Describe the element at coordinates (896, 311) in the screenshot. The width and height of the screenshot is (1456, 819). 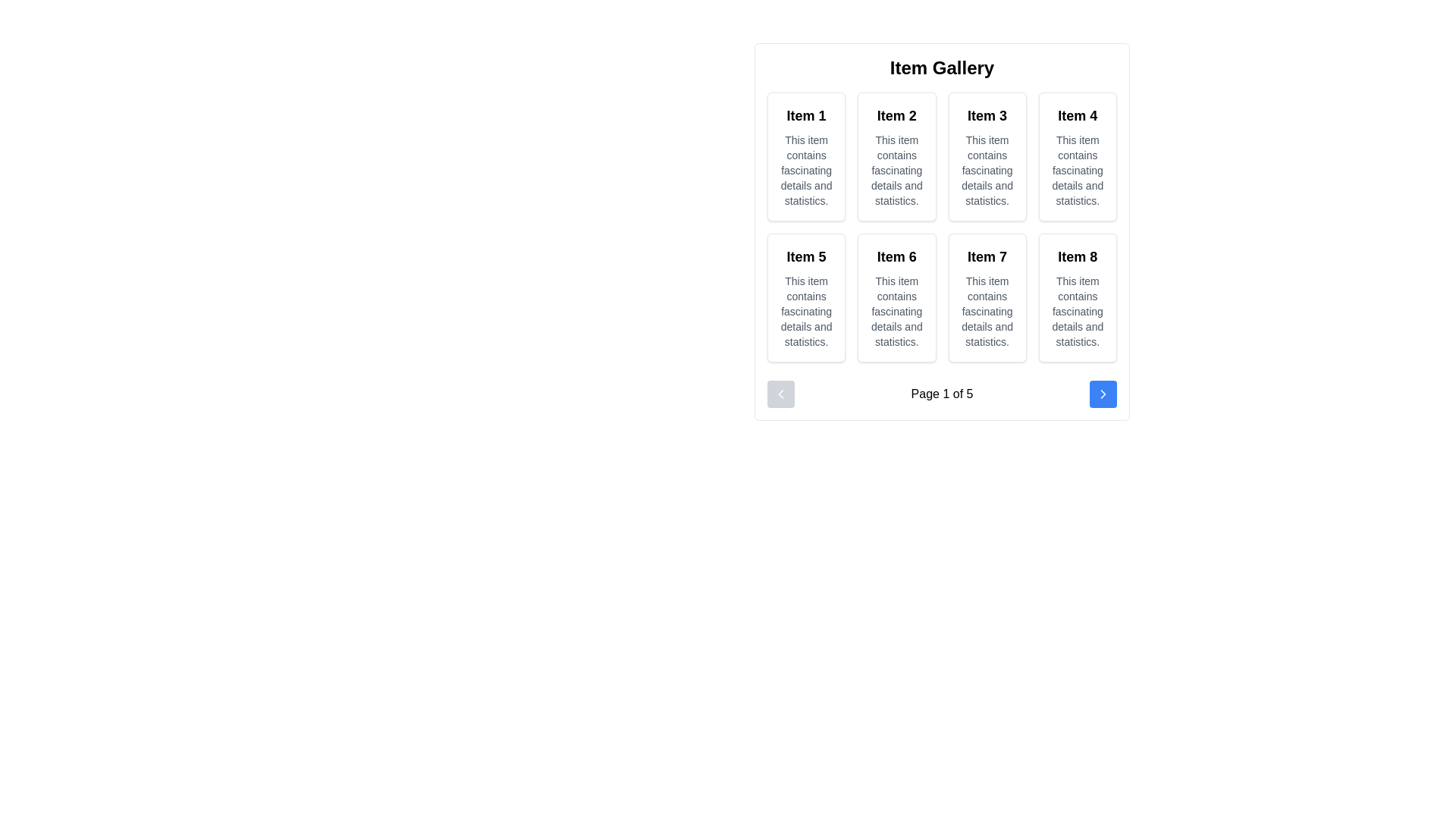
I see `the descriptive text inside the card labeled 'Item 6', located in the second row, second column of the grid layout` at that location.